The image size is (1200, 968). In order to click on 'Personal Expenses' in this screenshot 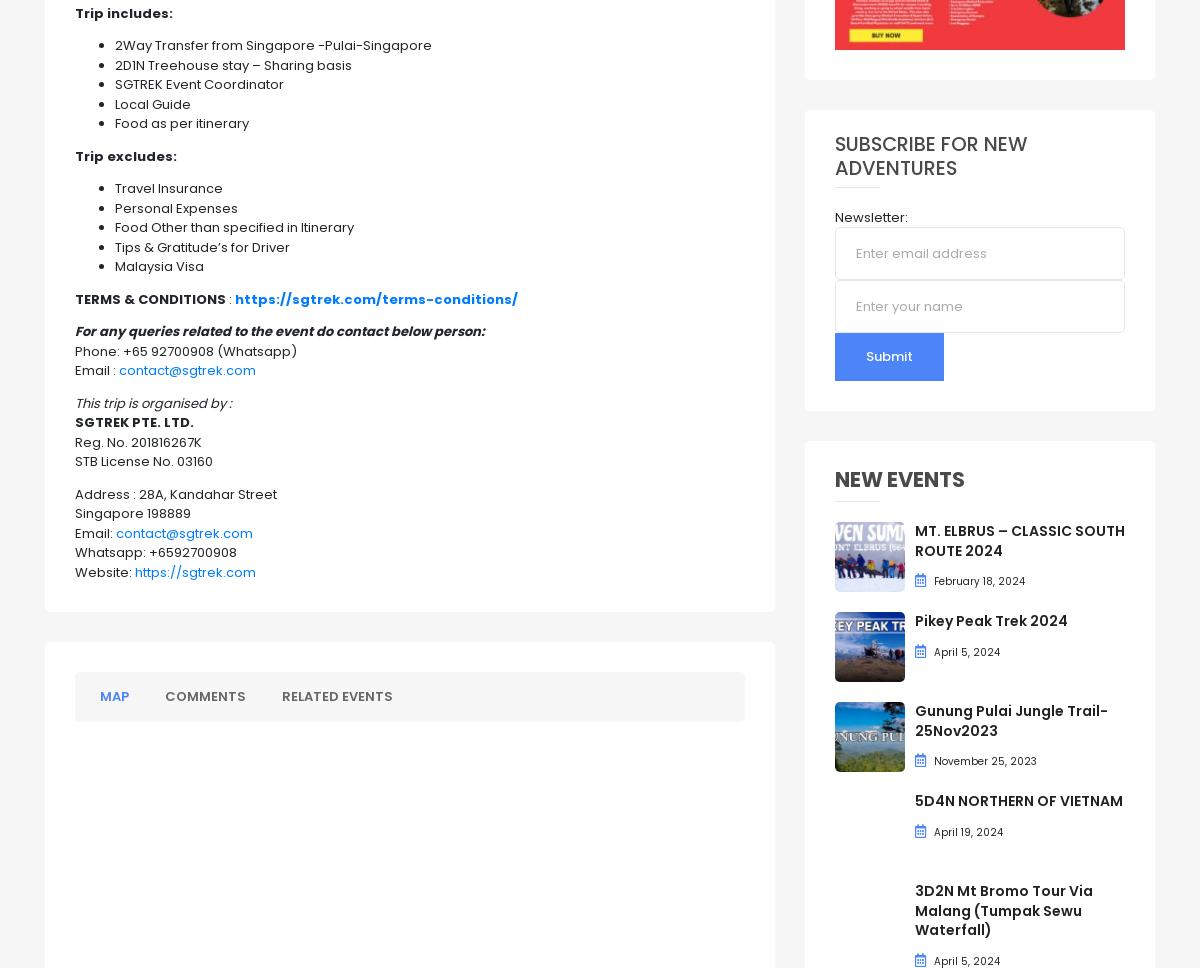, I will do `click(175, 206)`.